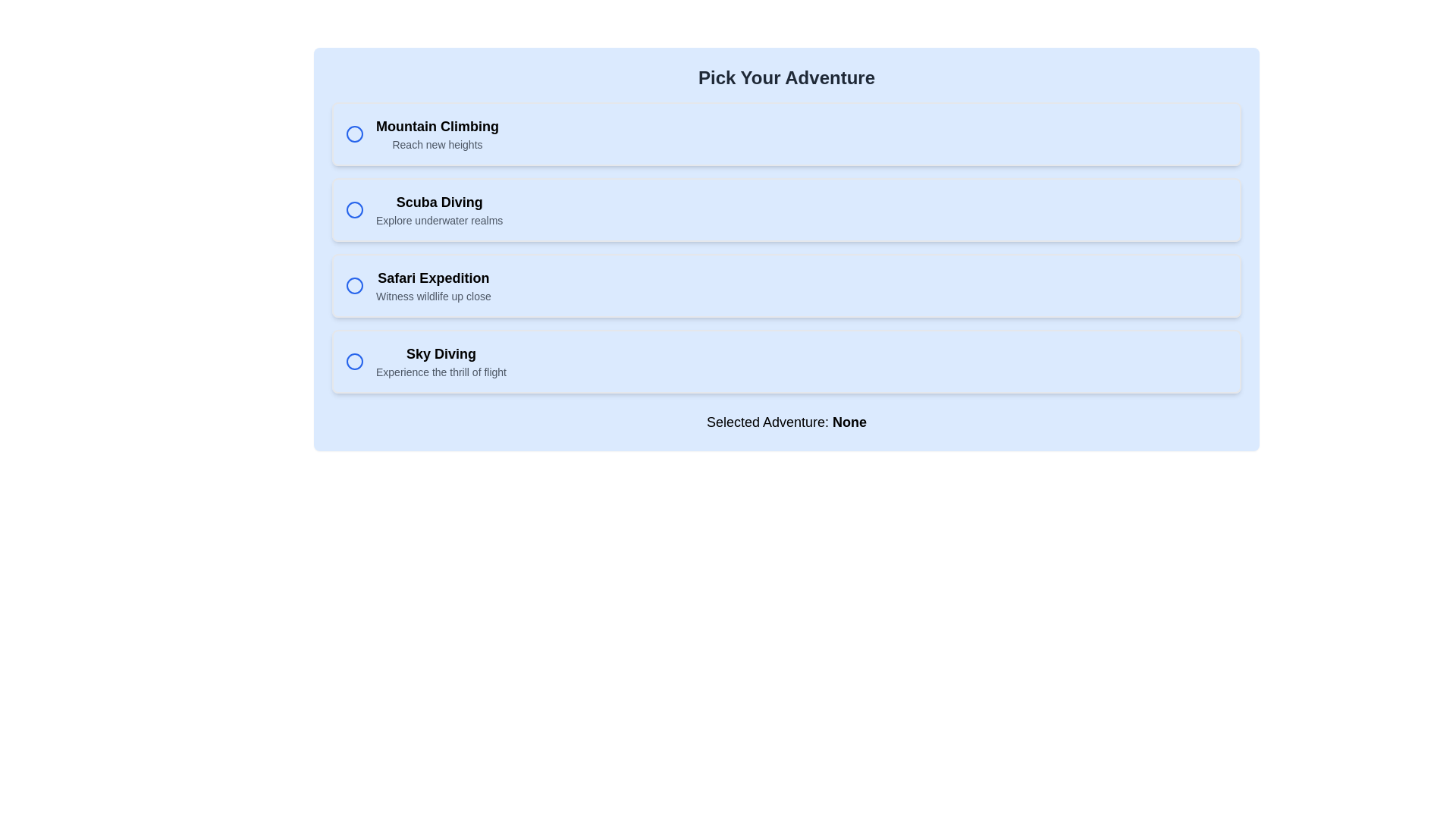 This screenshot has height=819, width=1456. What do you see at coordinates (786, 422) in the screenshot?
I see `the label displaying 'Selected Adventure: None', which is styled with bold font weight and is located at the bottom of the 'Pick Your Adventure' card` at bounding box center [786, 422].